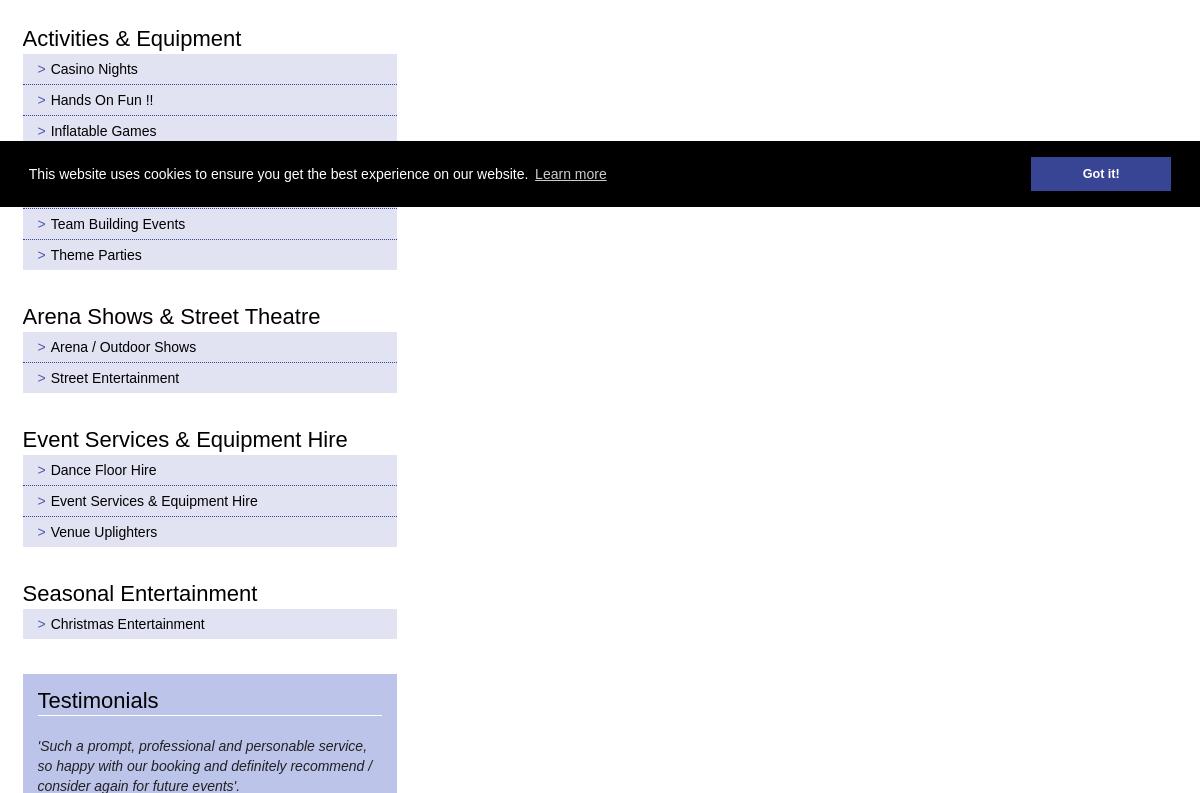  What do you see at coordinates (50, 253) in the screenshot?
I see `'Theme Parties'` at bounding box center [50, 253].